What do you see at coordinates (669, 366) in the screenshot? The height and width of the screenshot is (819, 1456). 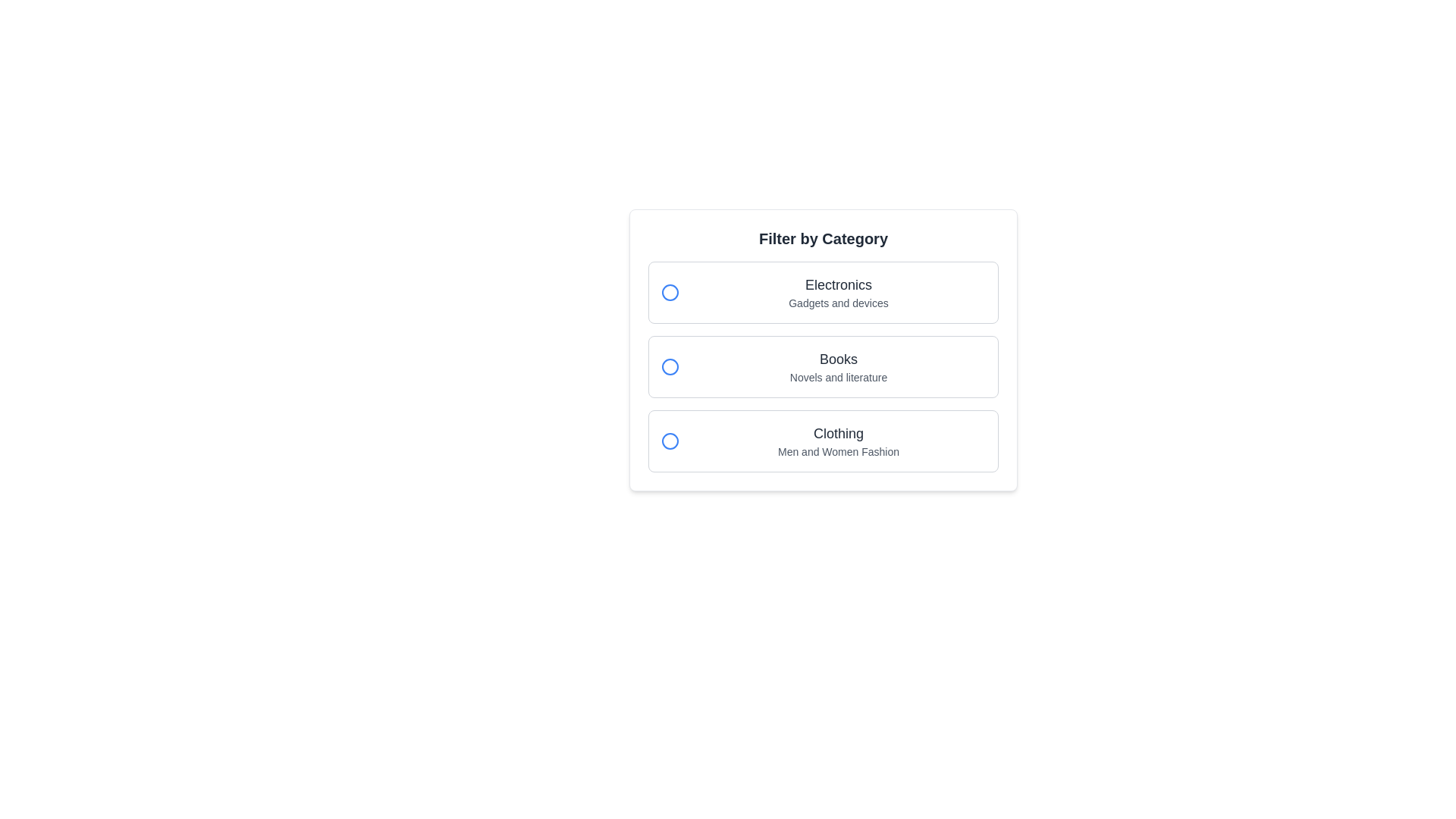 I see `the second radio button in the 'Books' category filtering interface` at bounding box center [669, 366].